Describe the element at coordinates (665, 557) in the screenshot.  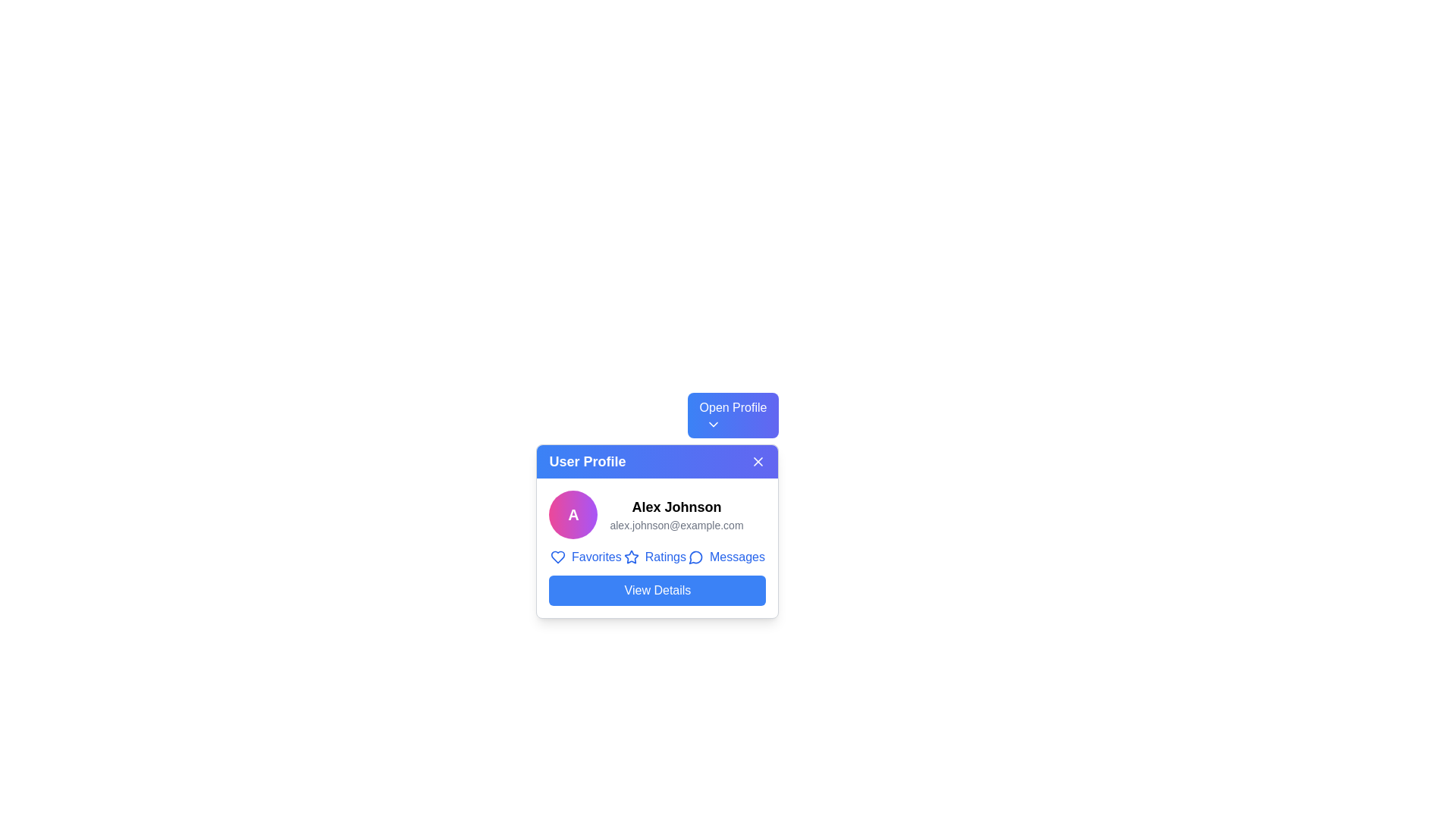
I see `the 'Ratings' text label, which is a medium-sized blue font element located in the footer of the 'User Profile' card, positioned between 'Favorites' and 'Messages'` at that location.